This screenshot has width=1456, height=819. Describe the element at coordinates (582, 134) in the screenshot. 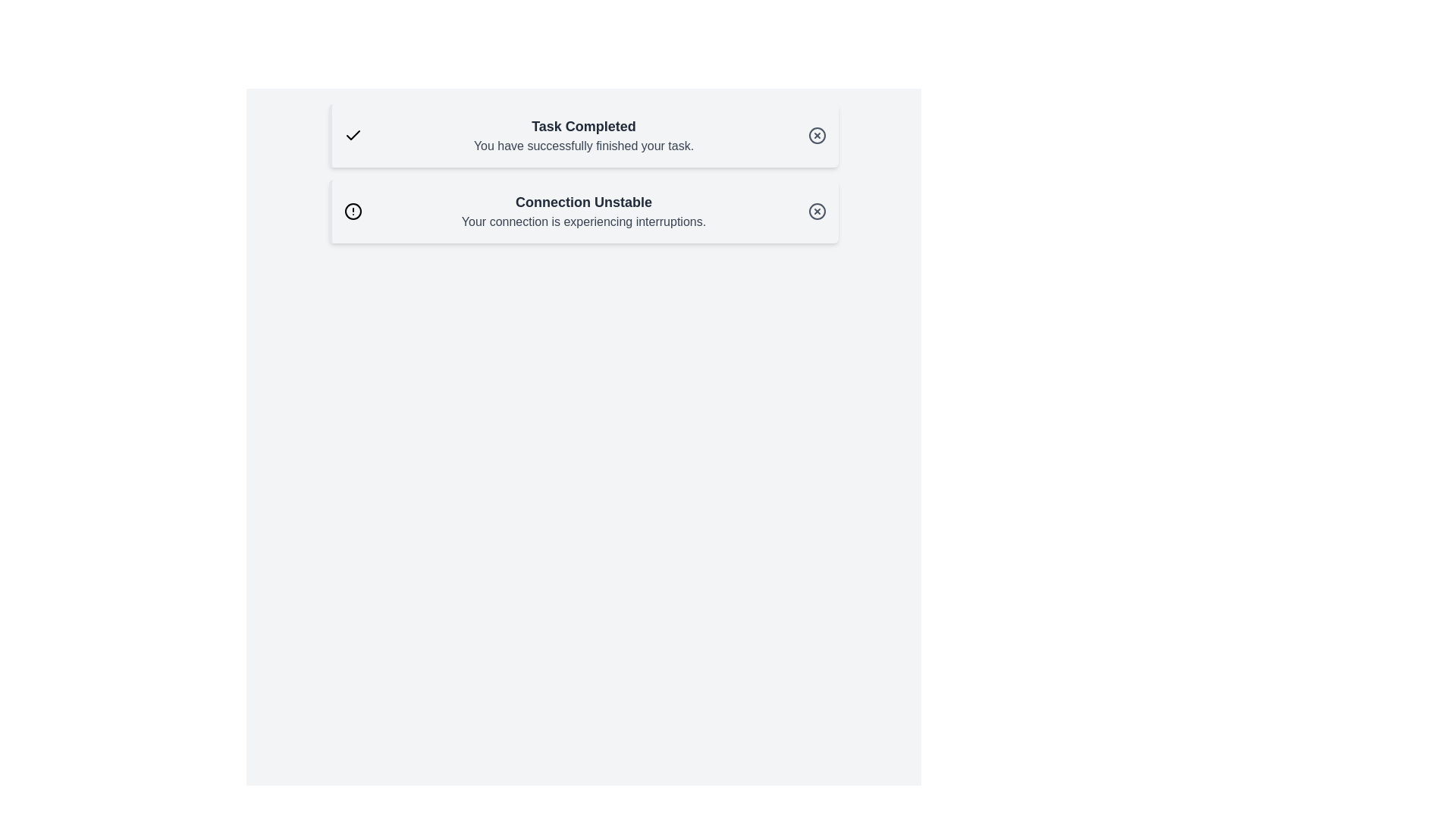

I see `the message displayed in the Notification Box, which indicates the successful completion of a task` at that location.